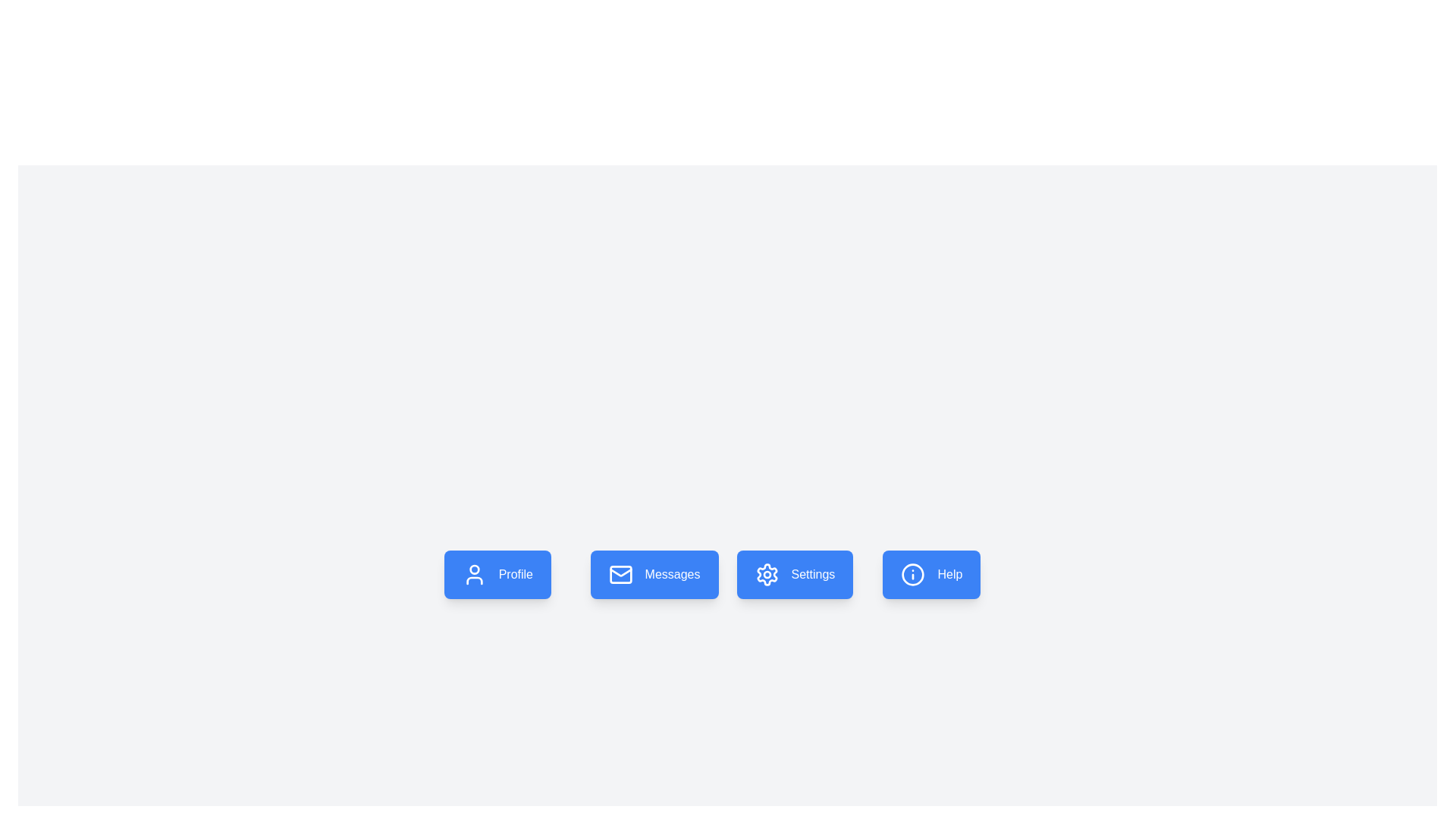 The width and height of the screenshot is (1456, 819). Describe the element at coordinates (508, 575) in the screenshot. I see `the 'Profile' button, which is a blue rectangular button with a user figure icon and white text` at that location.